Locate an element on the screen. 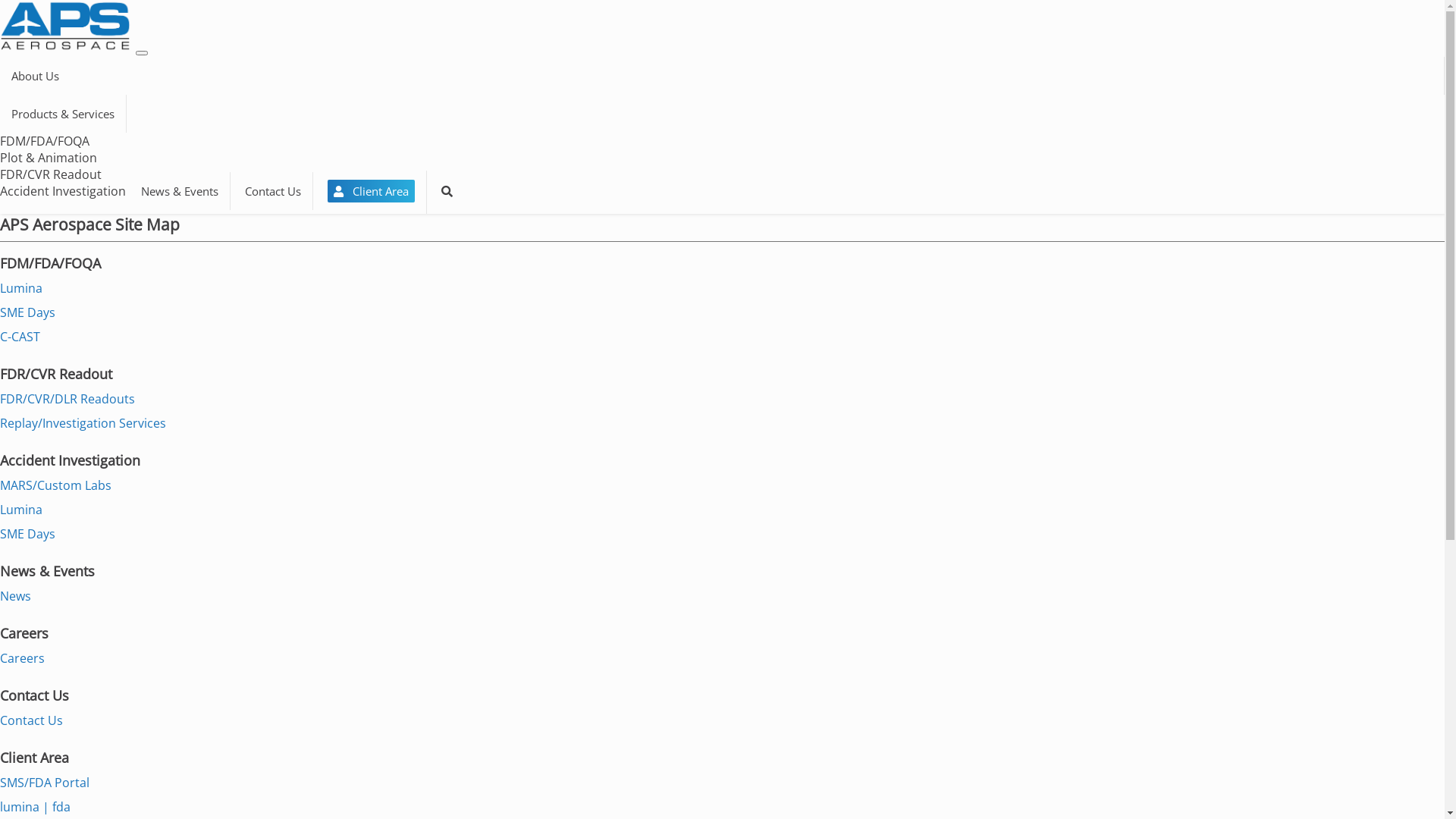 Image resolution: width=1456 pixels, height=819 pixels. 'SMS/FDA Portal' is located at coordinates (44, 783).